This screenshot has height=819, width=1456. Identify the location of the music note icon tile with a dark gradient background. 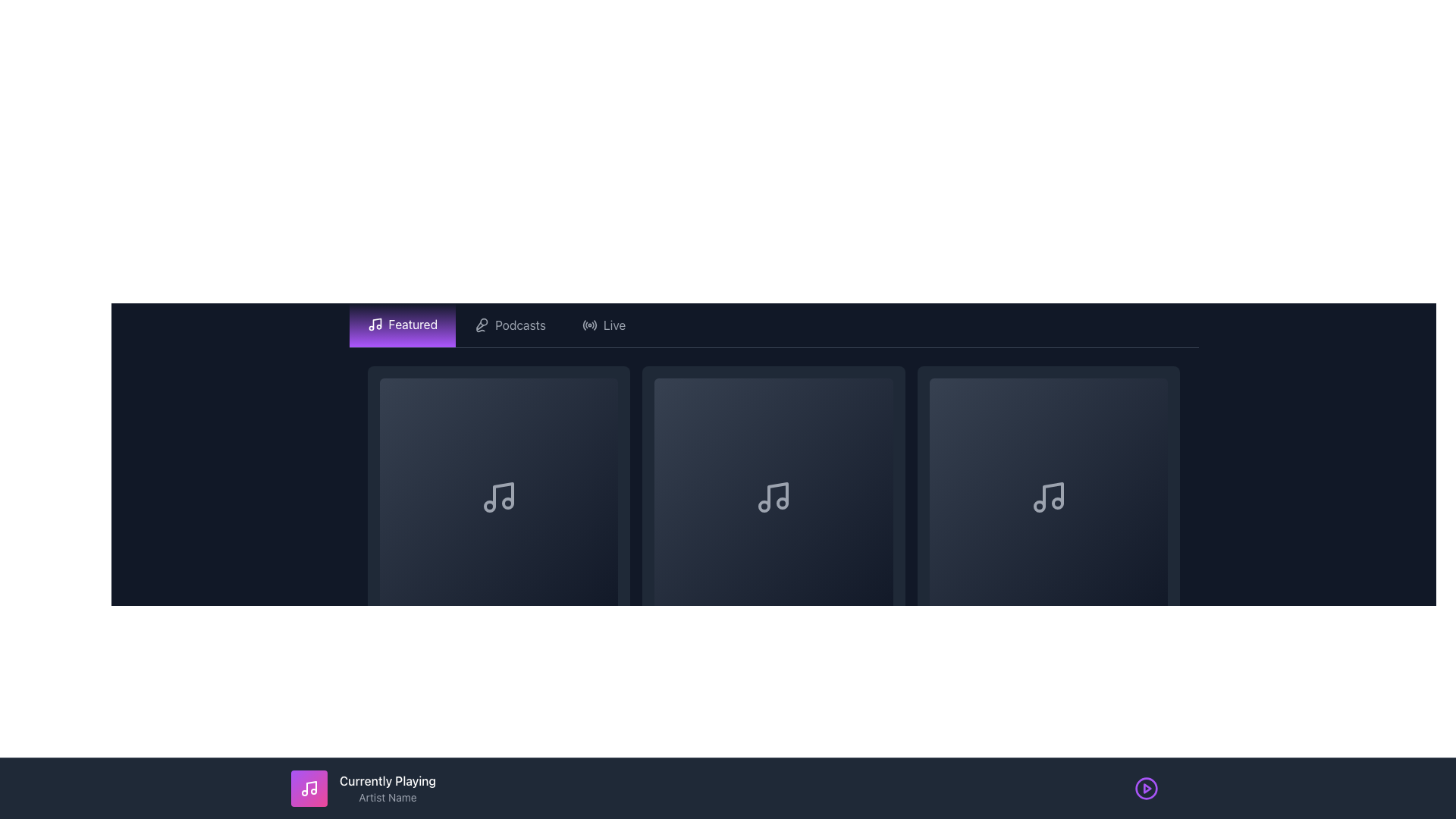
(773, 497).